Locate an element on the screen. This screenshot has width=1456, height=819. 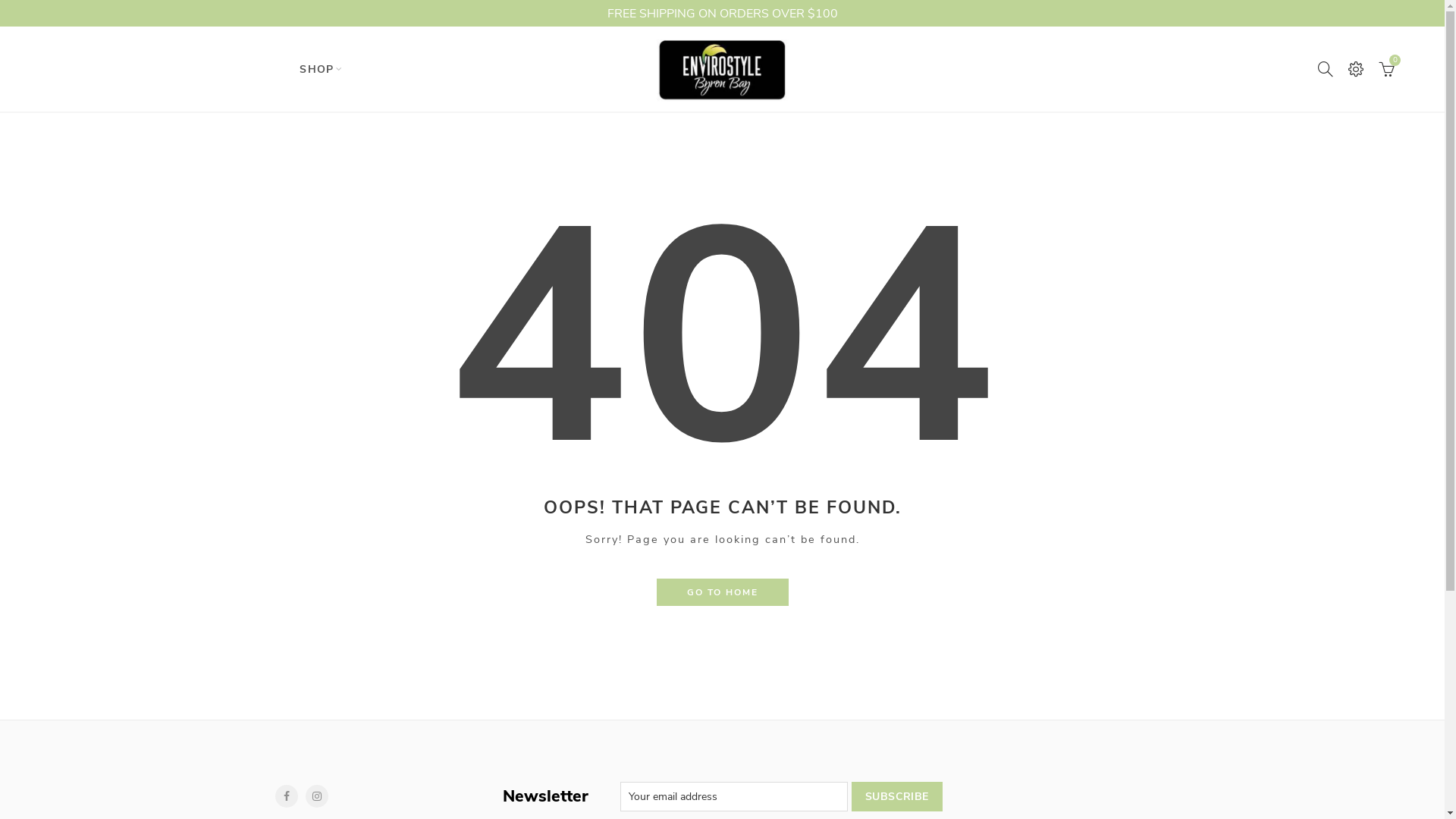
'Facebook' is located at coordinates (274, 795).